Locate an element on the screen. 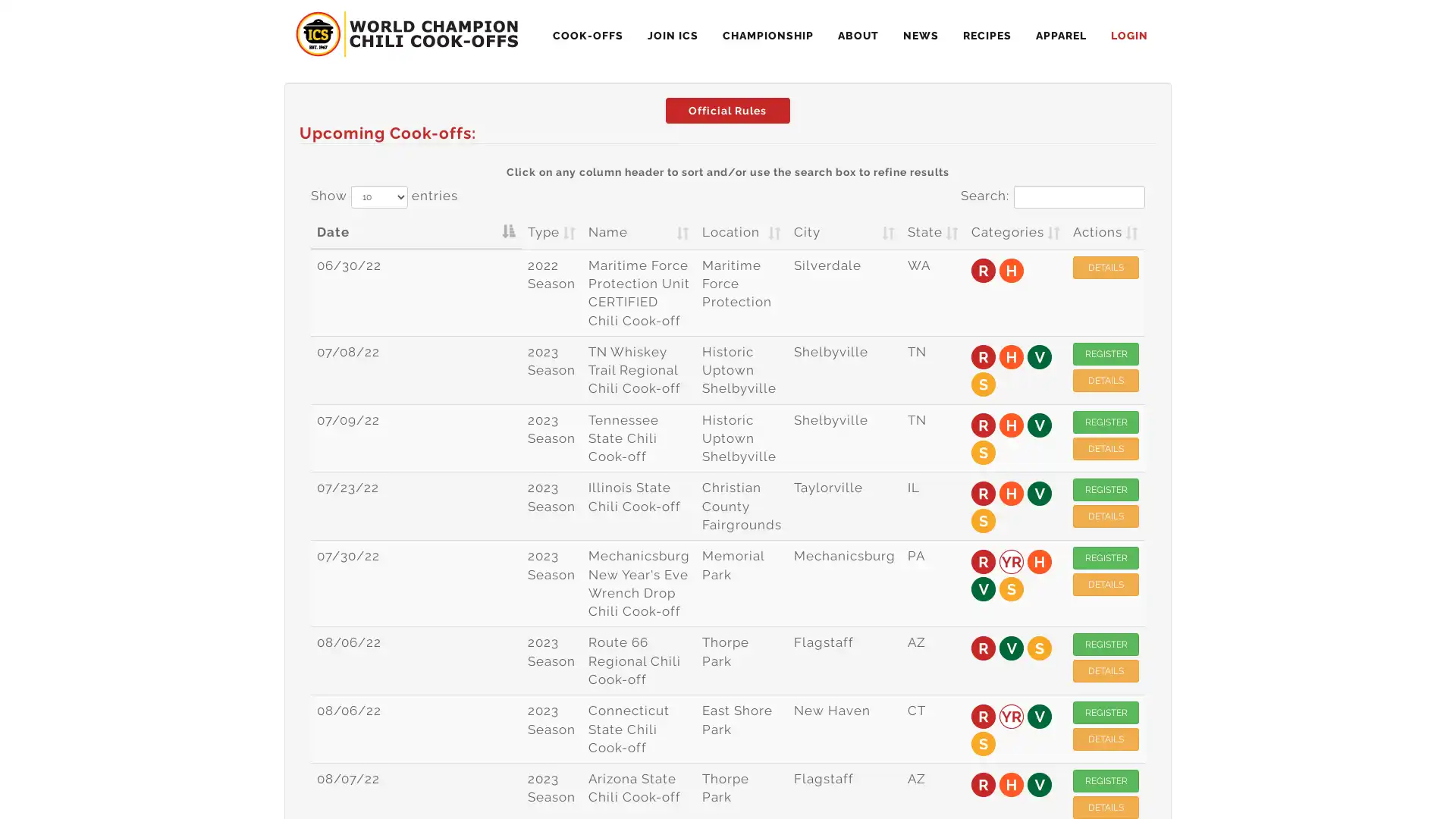 The width and height of the screenshot is (1456, 819). DETAILS is located at coordinates (1106, 584).